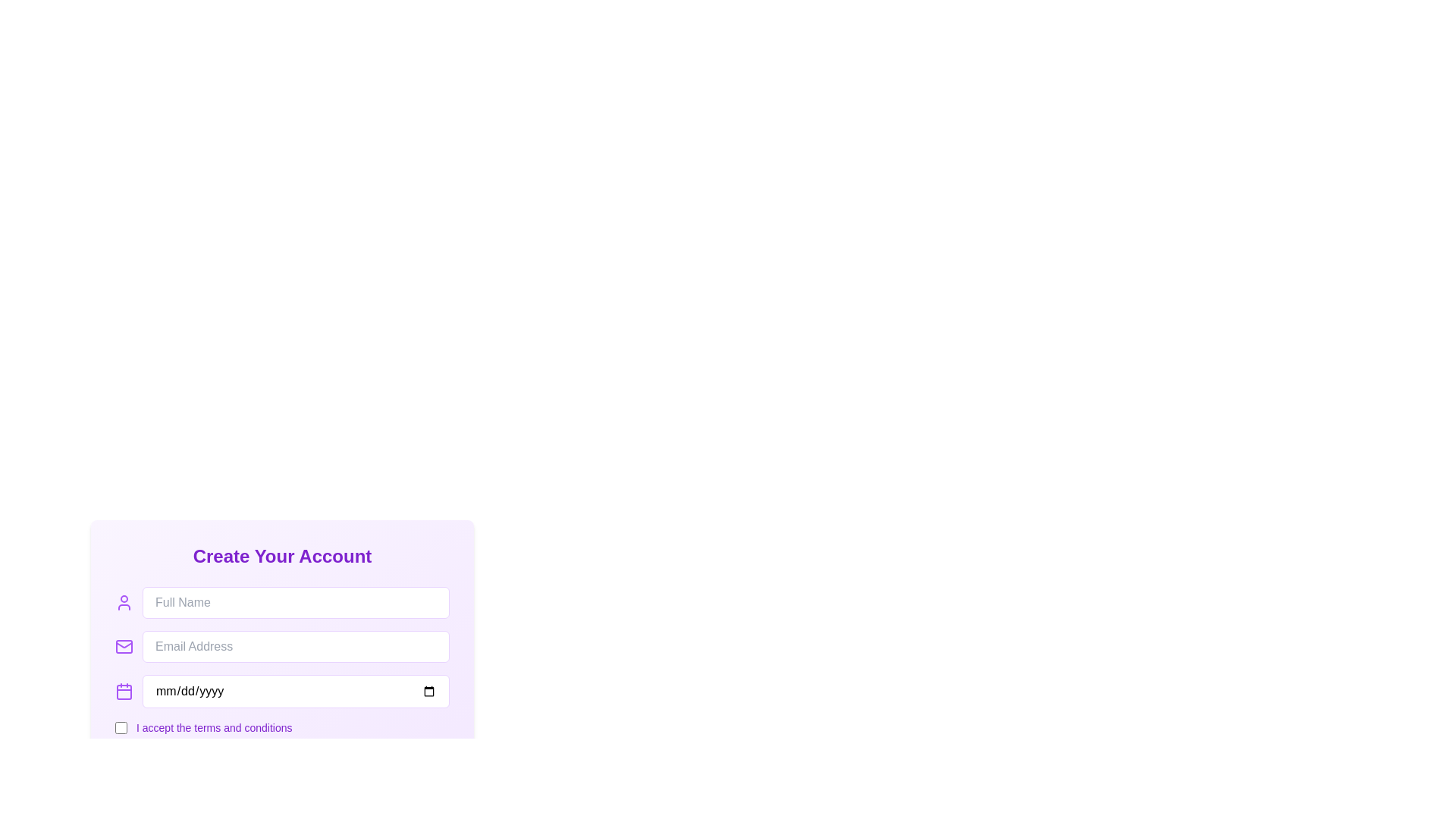 This screenshot has width=1456, height=819. Describe the element at coordinates (282, 727) in the screenshot. I see `the text label 'I accept the terms and conditions' of the checkbox` at that location.